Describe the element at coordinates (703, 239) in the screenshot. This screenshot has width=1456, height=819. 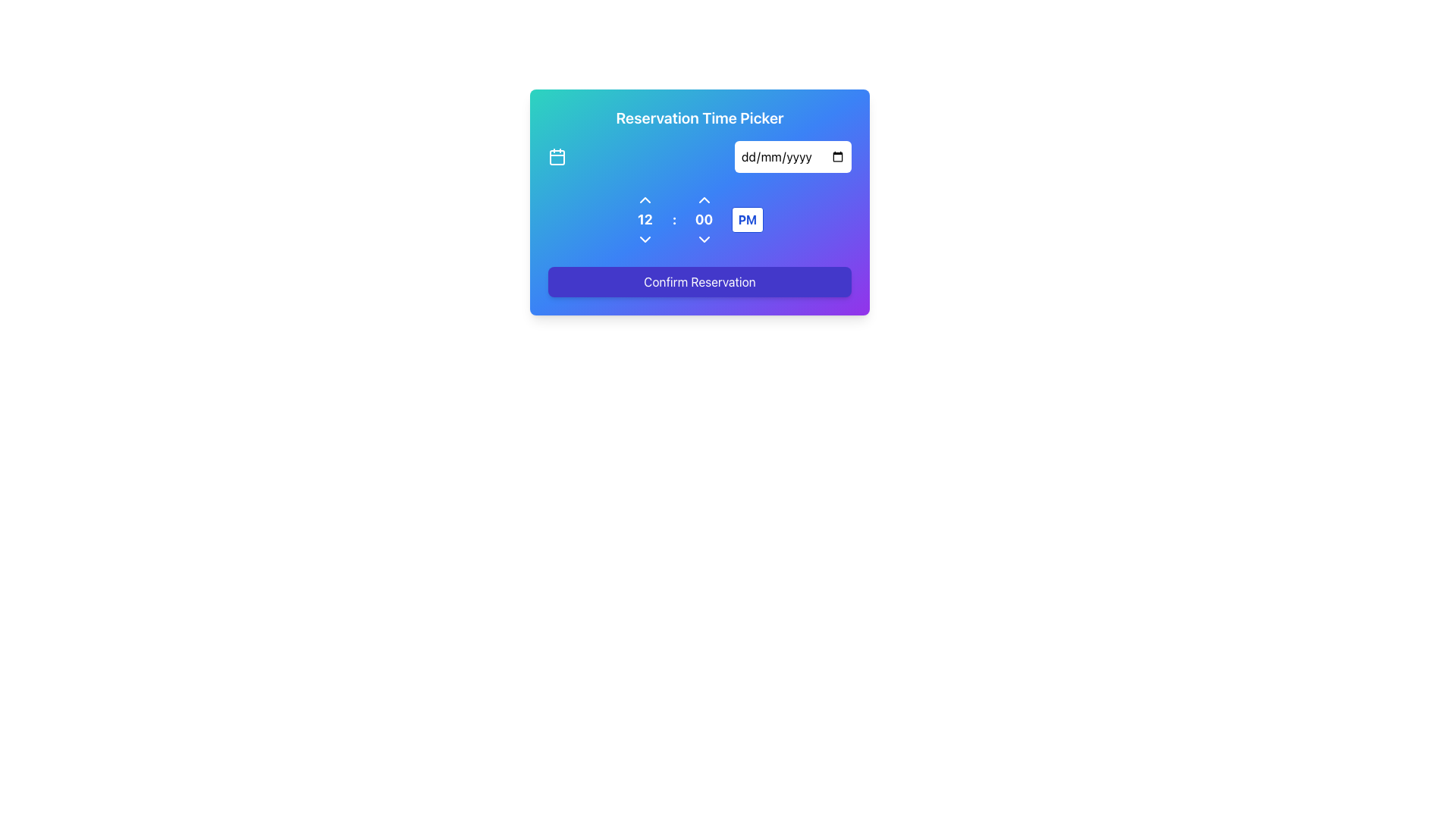
I see `the button that decreases the displayed minutes in the time picker widget, located directly below the white bold '00' and symmetrically under the upward chevron icon` at that location.